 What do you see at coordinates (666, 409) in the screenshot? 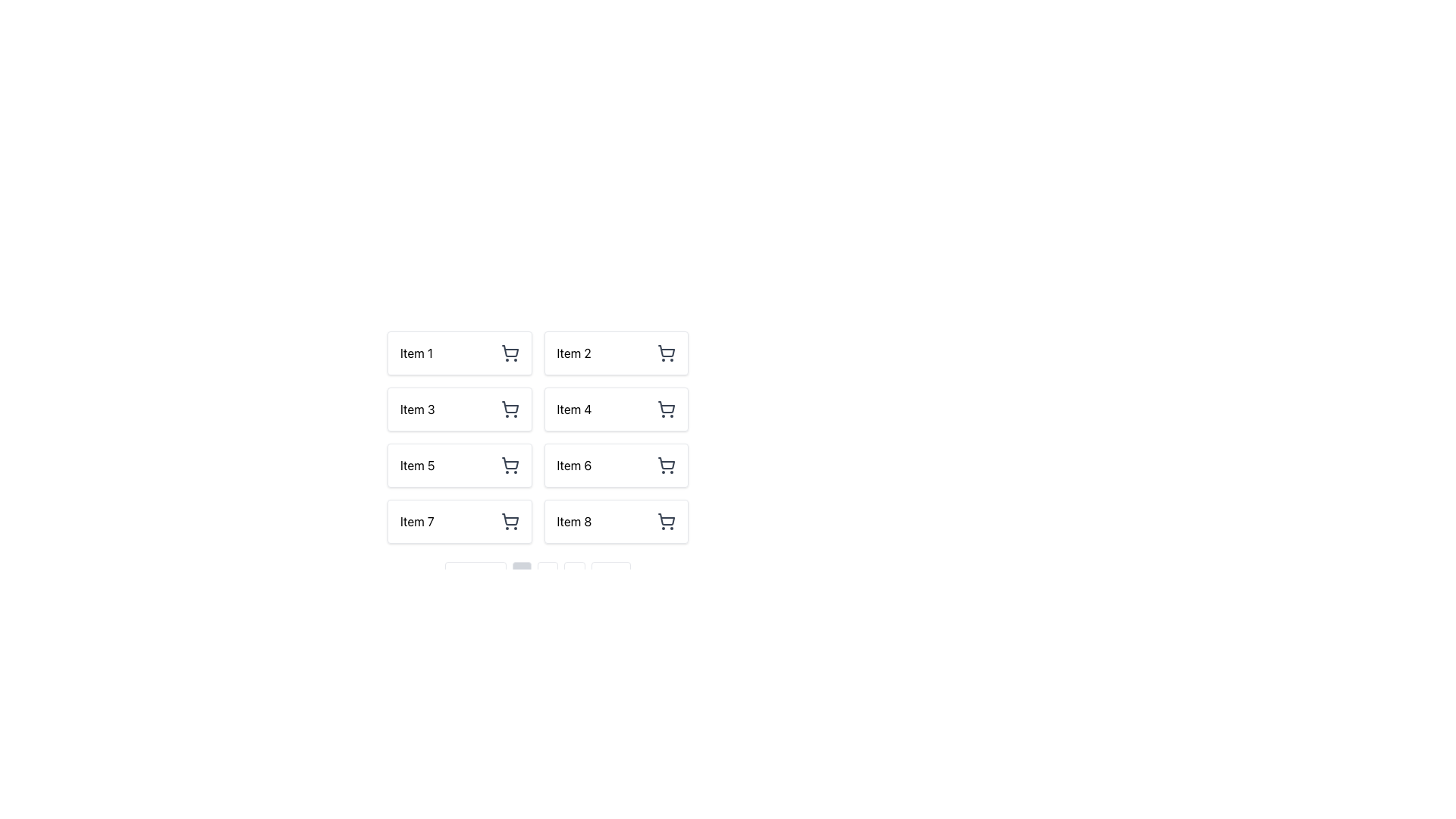
I see `the shopping cart icon located in the 'Item 4' section` at bounding box center [666, 409].